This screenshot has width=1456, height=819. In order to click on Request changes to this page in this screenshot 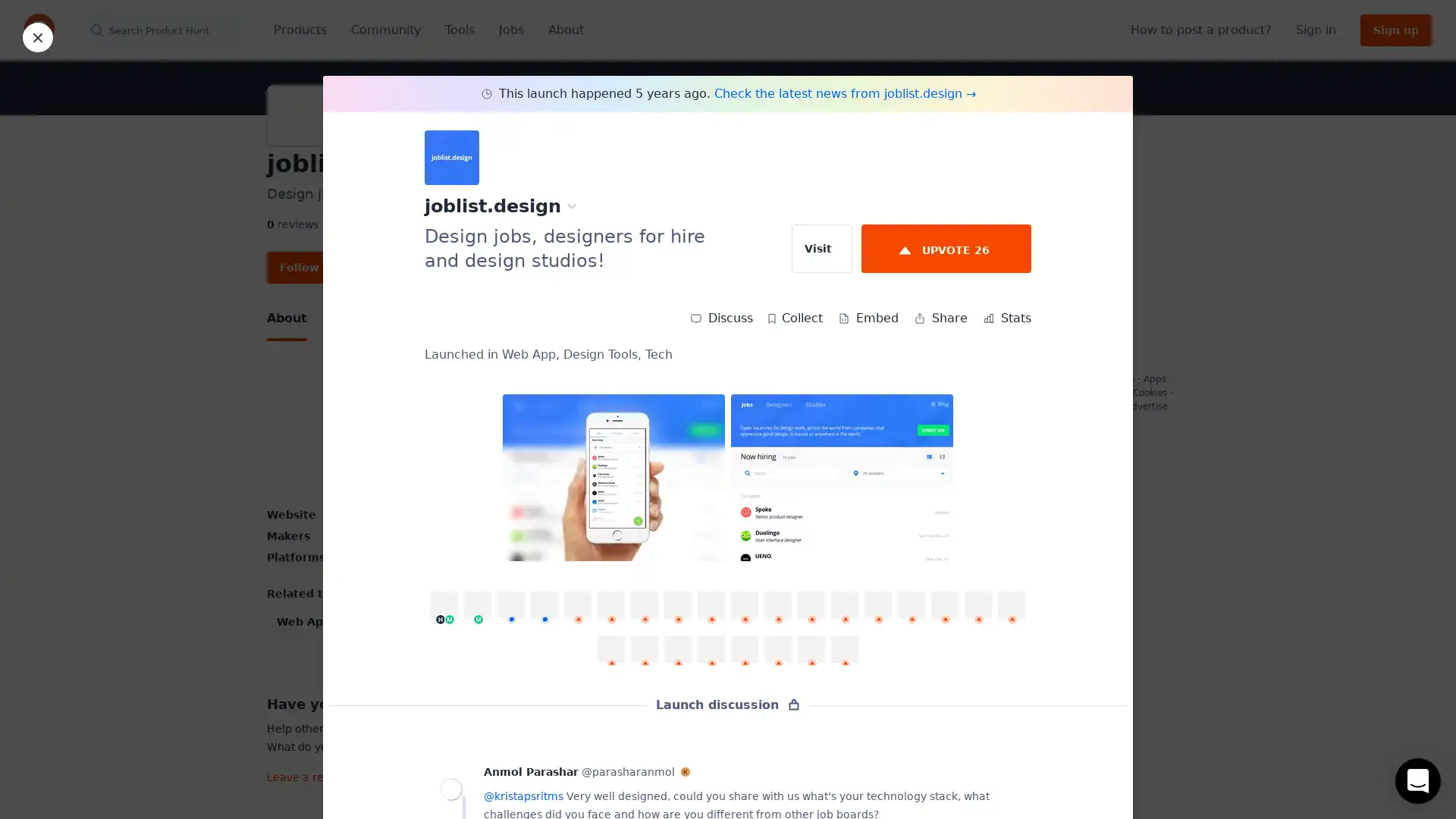, I will do `click(1081, 463)`.